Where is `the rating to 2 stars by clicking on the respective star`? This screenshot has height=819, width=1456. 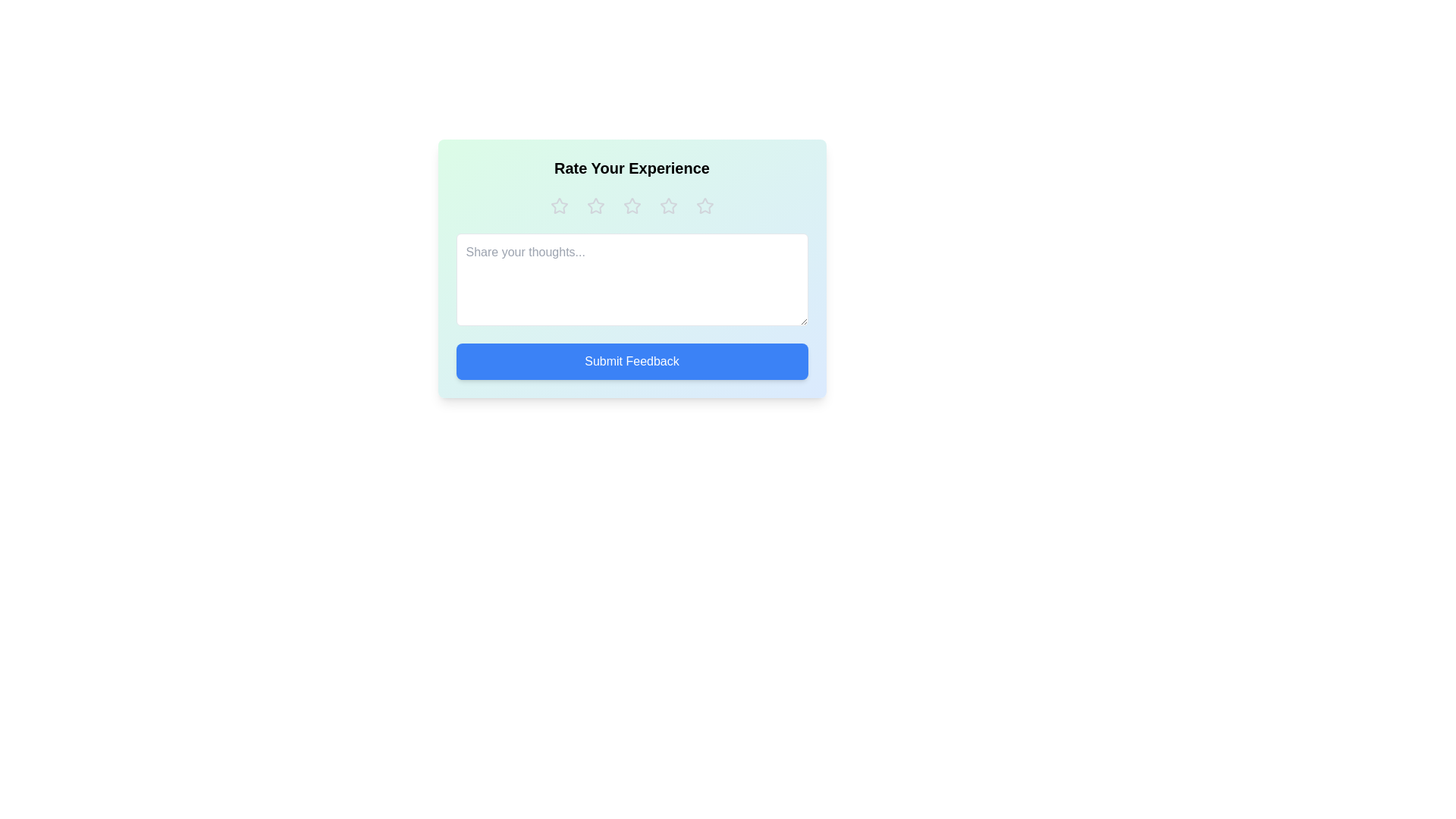
the rating to 2 stars by clicking on the respective star is located at coordinates (595, 206).